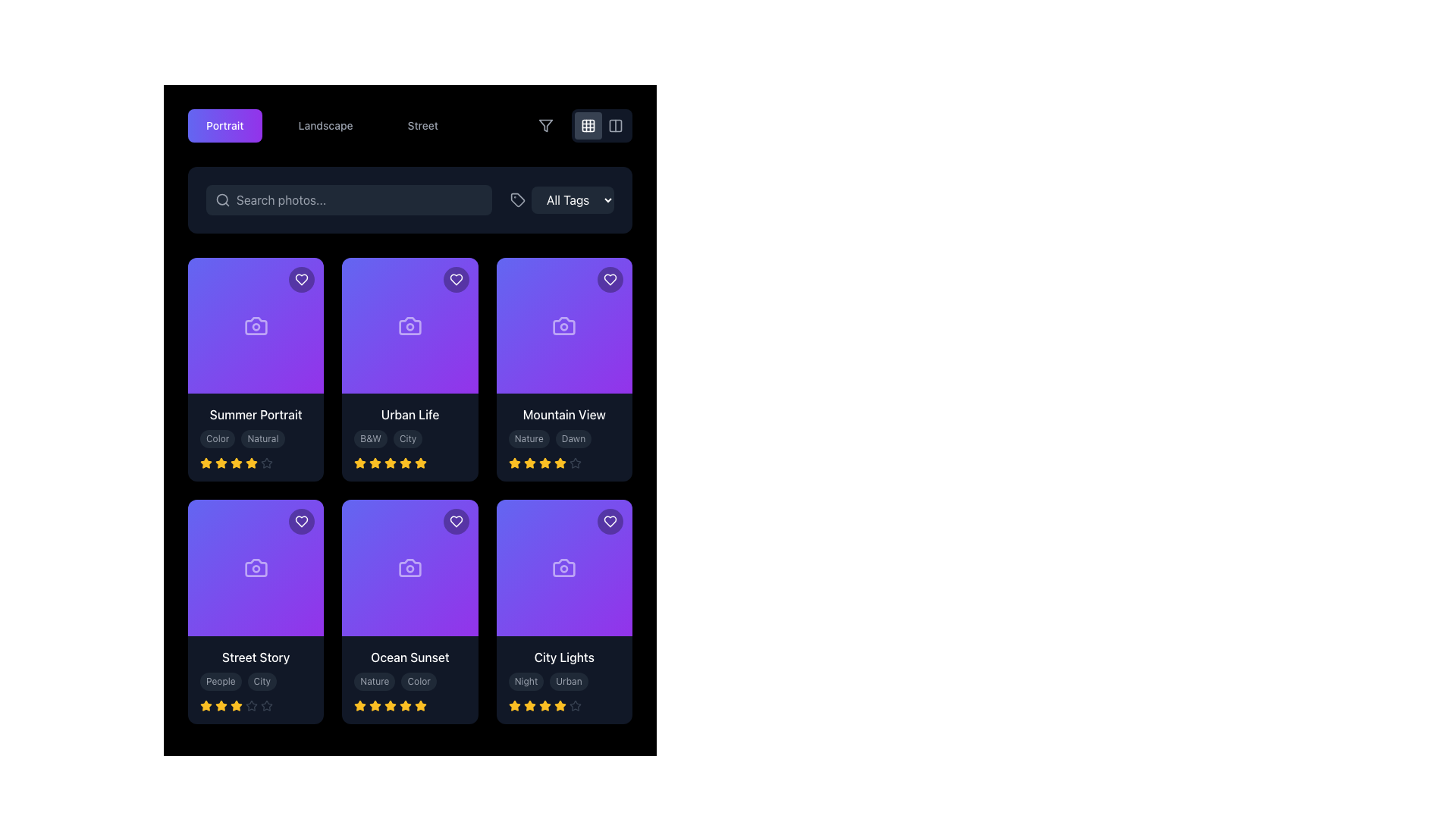 The width and height of the screenshot is (1456, 819). I want to click on the third star in the 5-point rating system for the 'Ocean Sunset' card, so click(375, 705).